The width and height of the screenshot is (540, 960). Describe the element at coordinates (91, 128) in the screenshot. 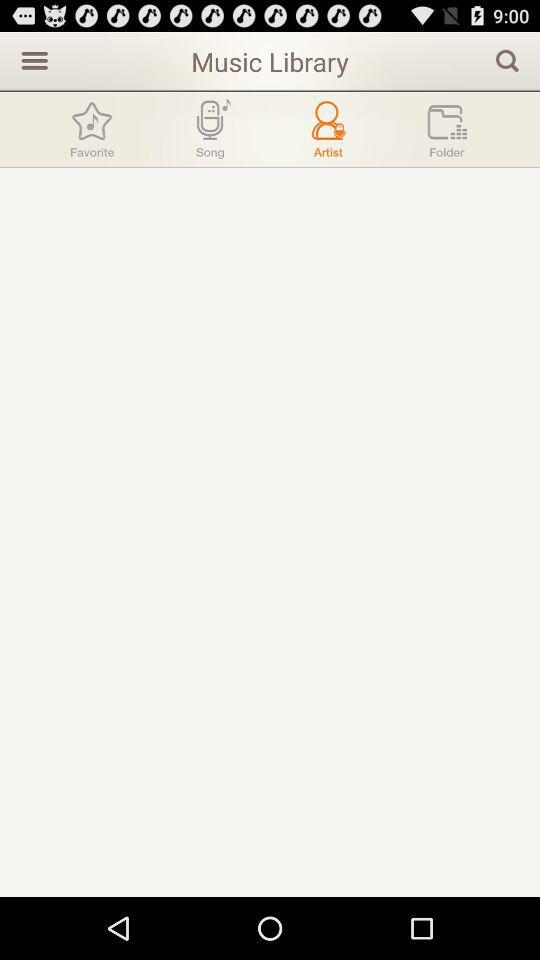

I see `go favorite` at that location.